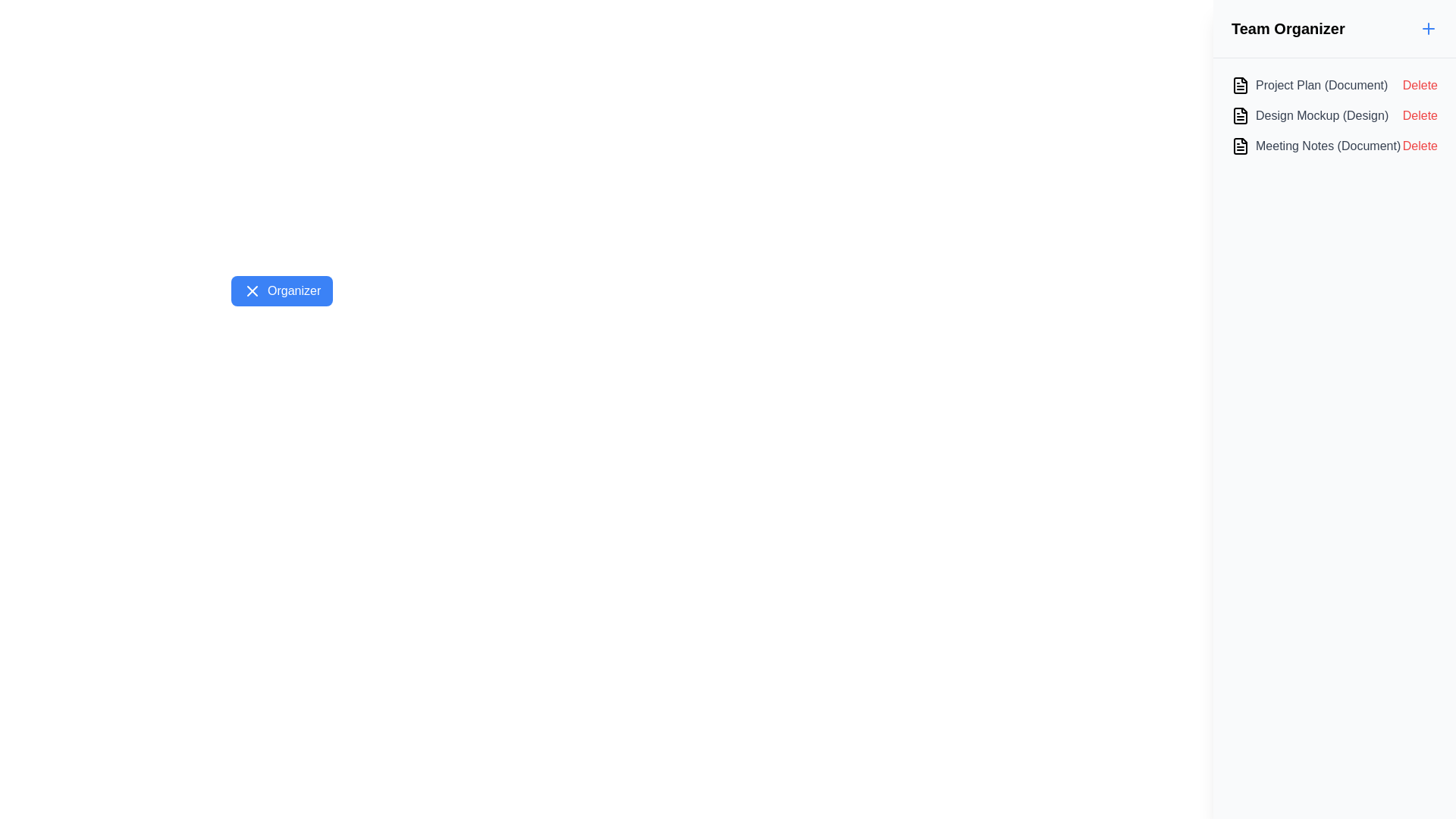 The width and height of the screenshot is (1456, 819). I want to click on the interactive text button for deleting the 'Design Mockup (Design)' item to potentially display a tooltip or visual feedback, so click(1419, 115).